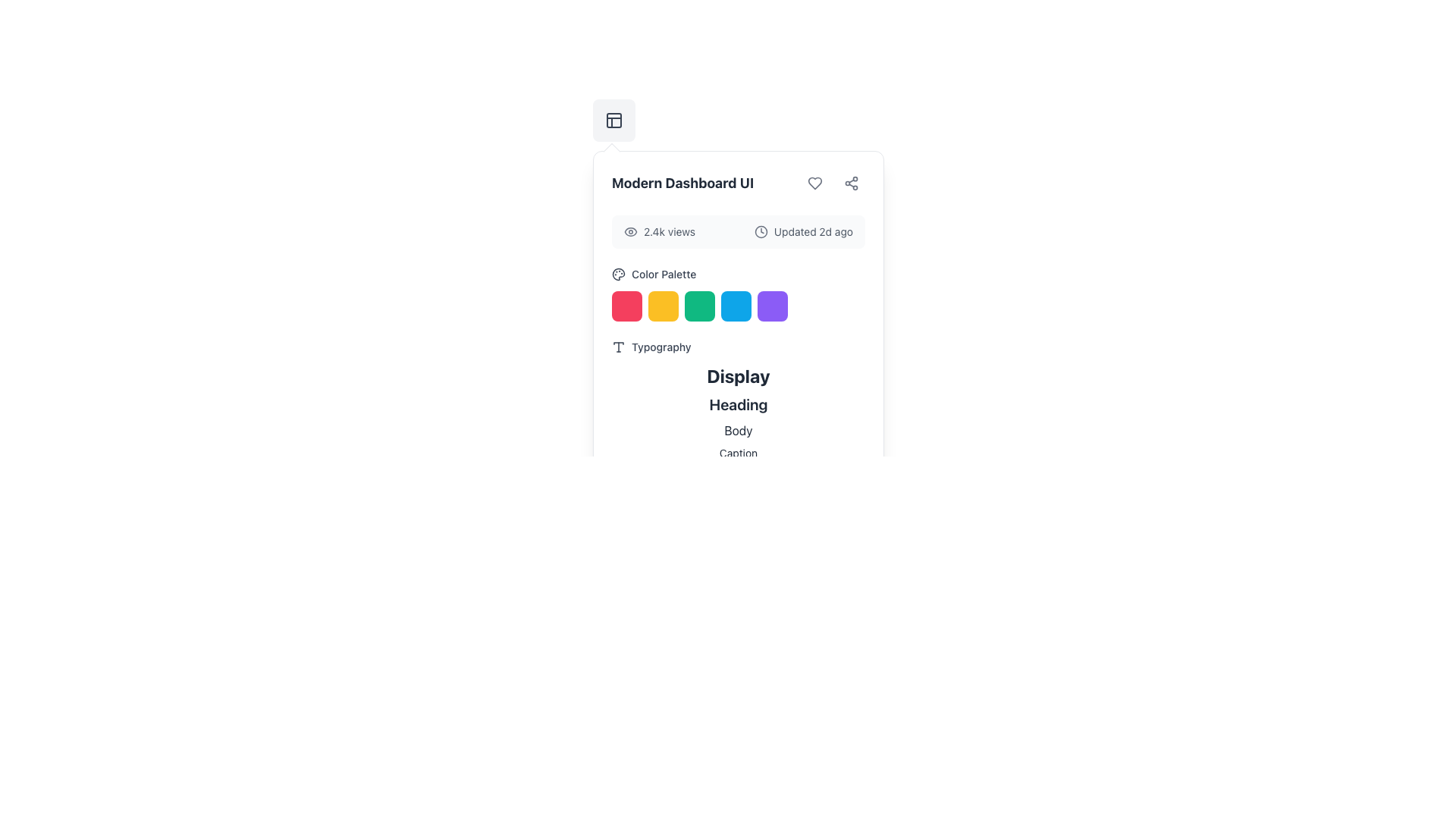  I want to click on the timestamp text label located to the right of the clock icon within the upper part of the dashboard card, so click(812, 231).